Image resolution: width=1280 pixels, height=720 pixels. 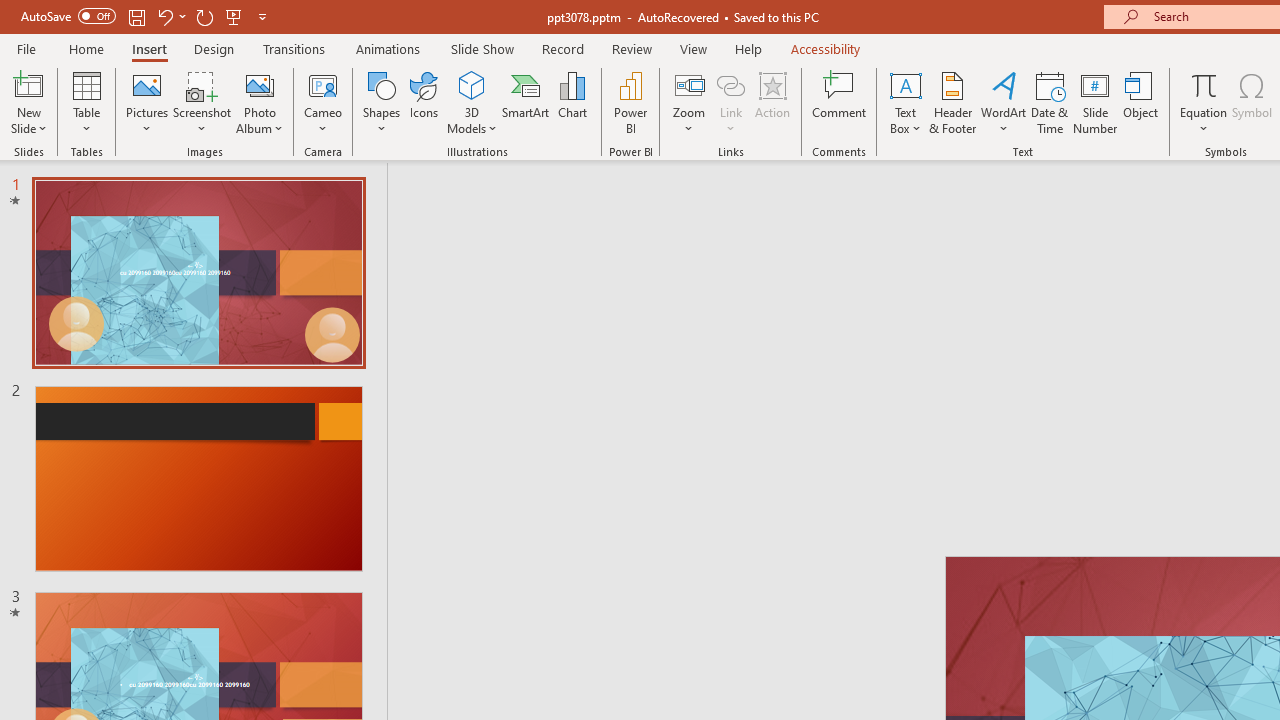 I want to click on 'Object...', so click(x=1141, y=103).